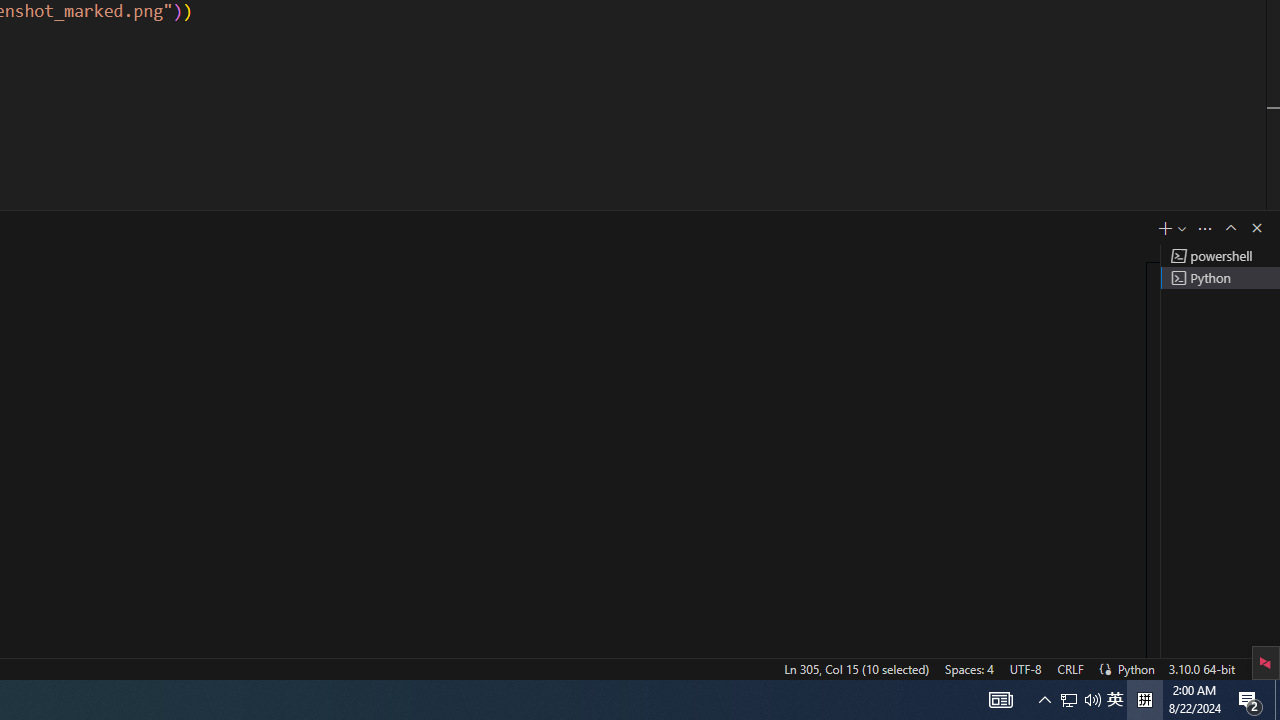  Describe the element at coordinates (1229, 226) in the screenshot. I see `'Maximize Panel Size'` at that location.